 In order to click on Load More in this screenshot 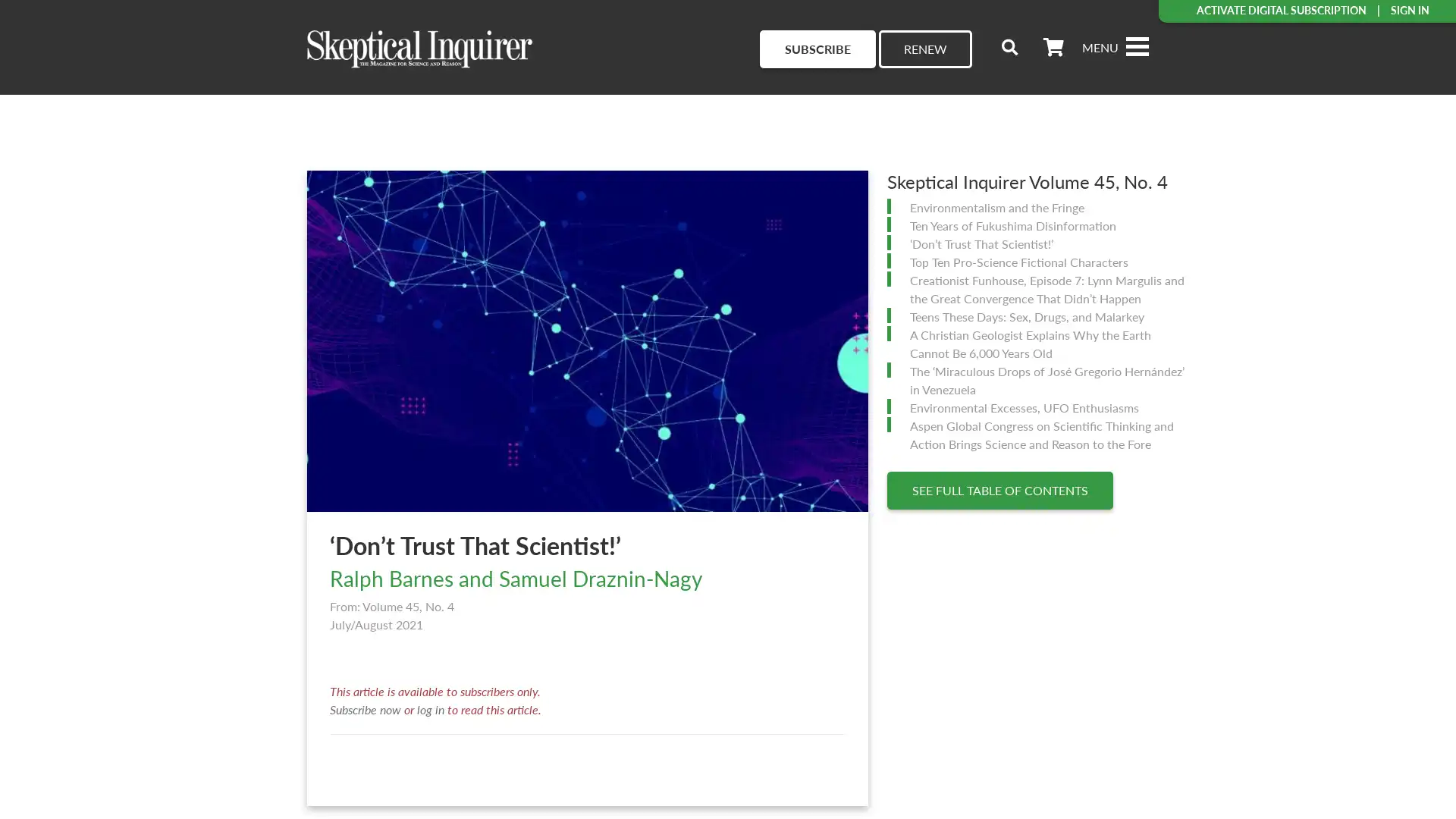, I will do `click(586, 770)`.